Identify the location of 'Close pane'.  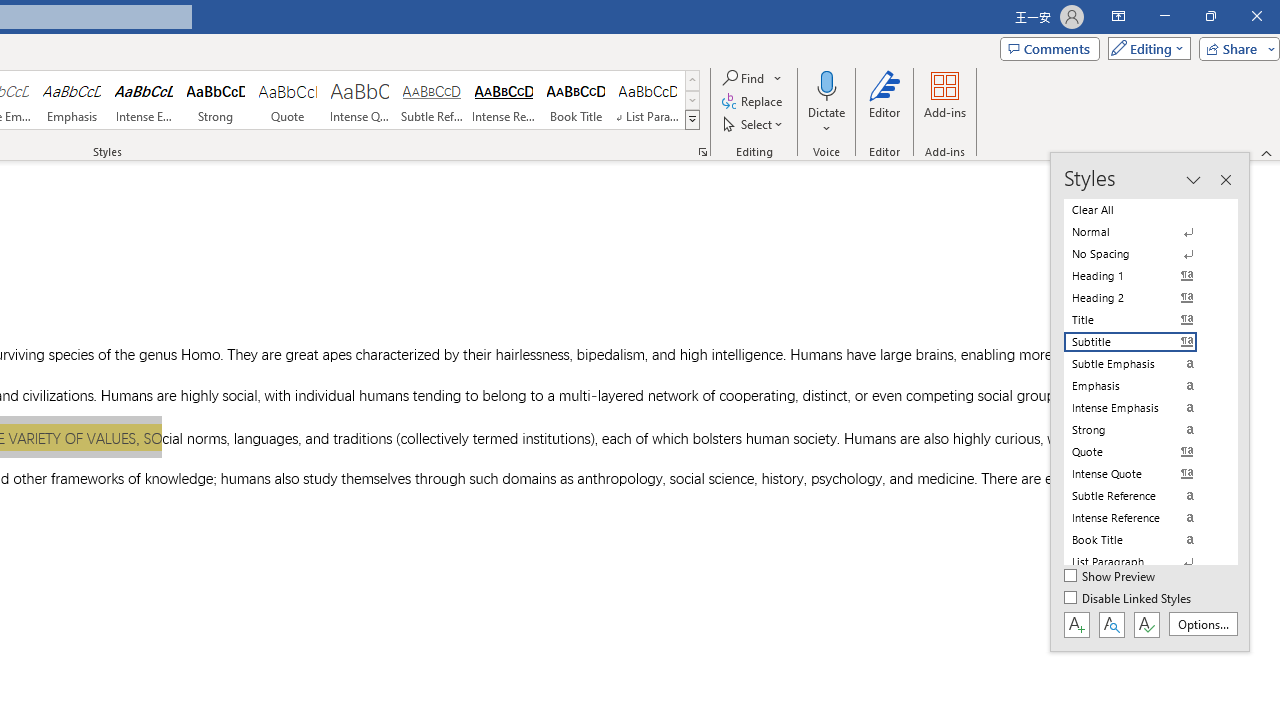
(1224, 180).